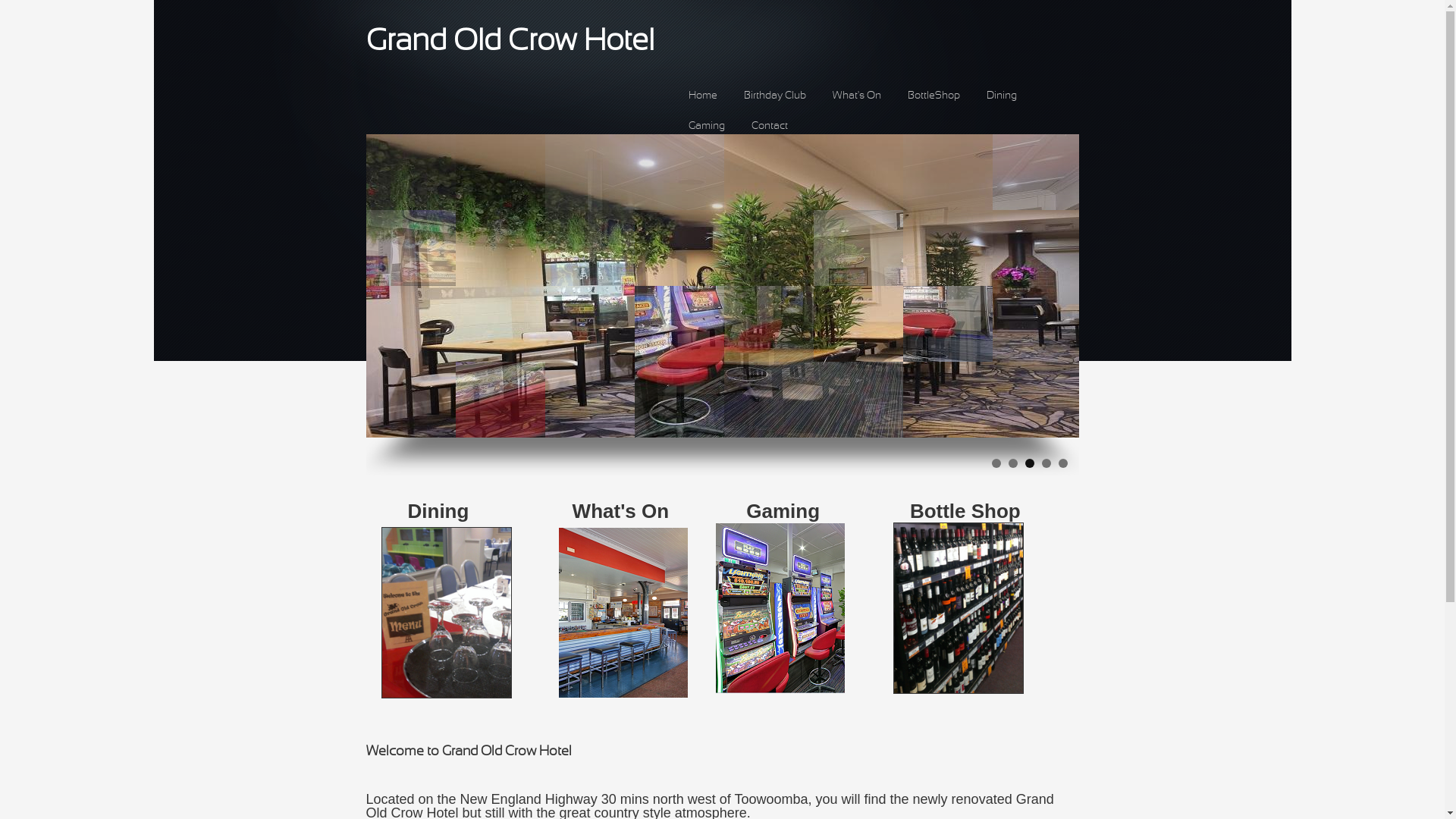 The height and width of the screenshot is (819, 1456). Describe the element at coordinates (679, 96) in the screenshot. I see `'Home'` at that location.